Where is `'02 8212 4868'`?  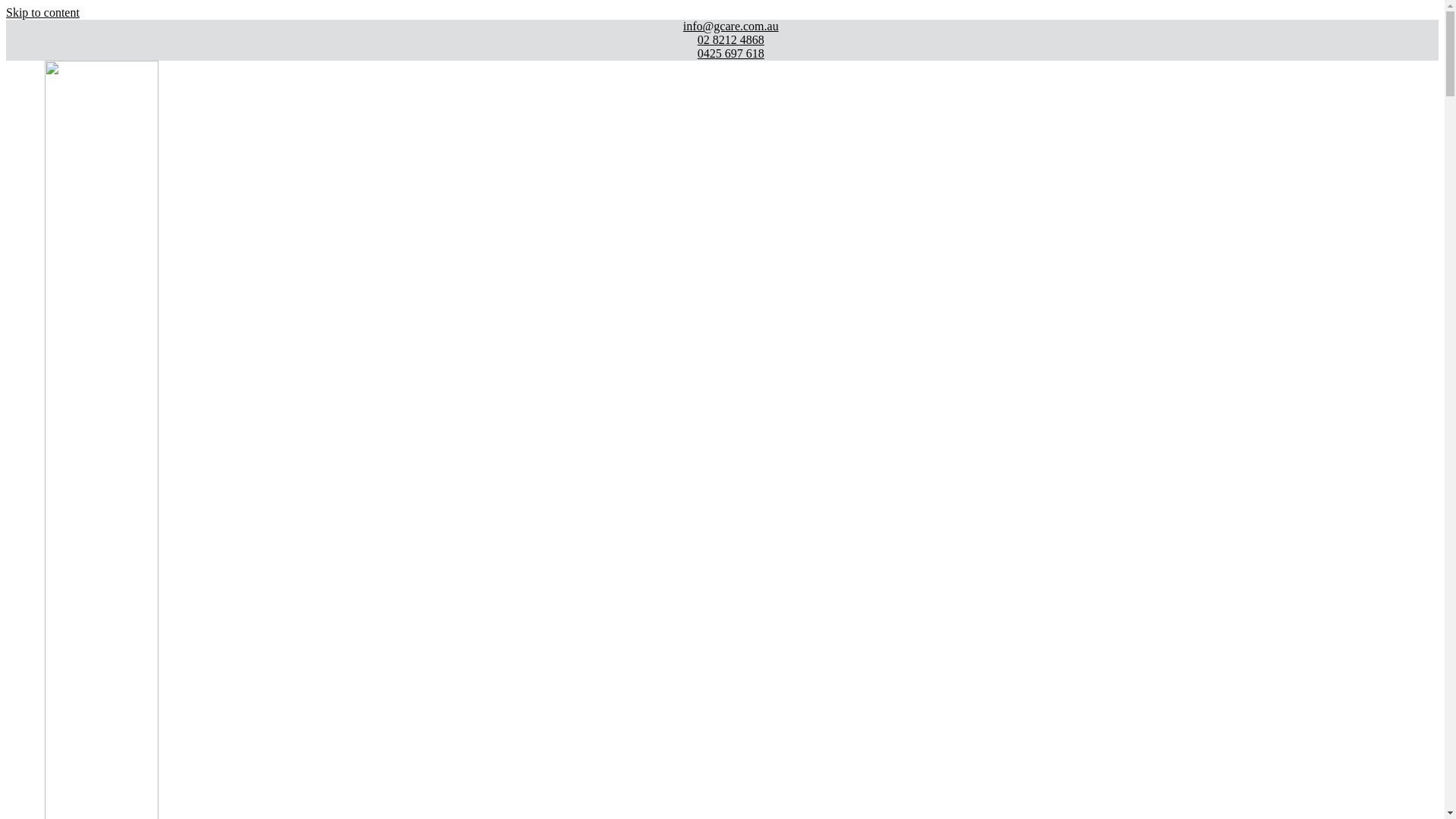
'02 8212 4868' is located at coordinates (721, 39).